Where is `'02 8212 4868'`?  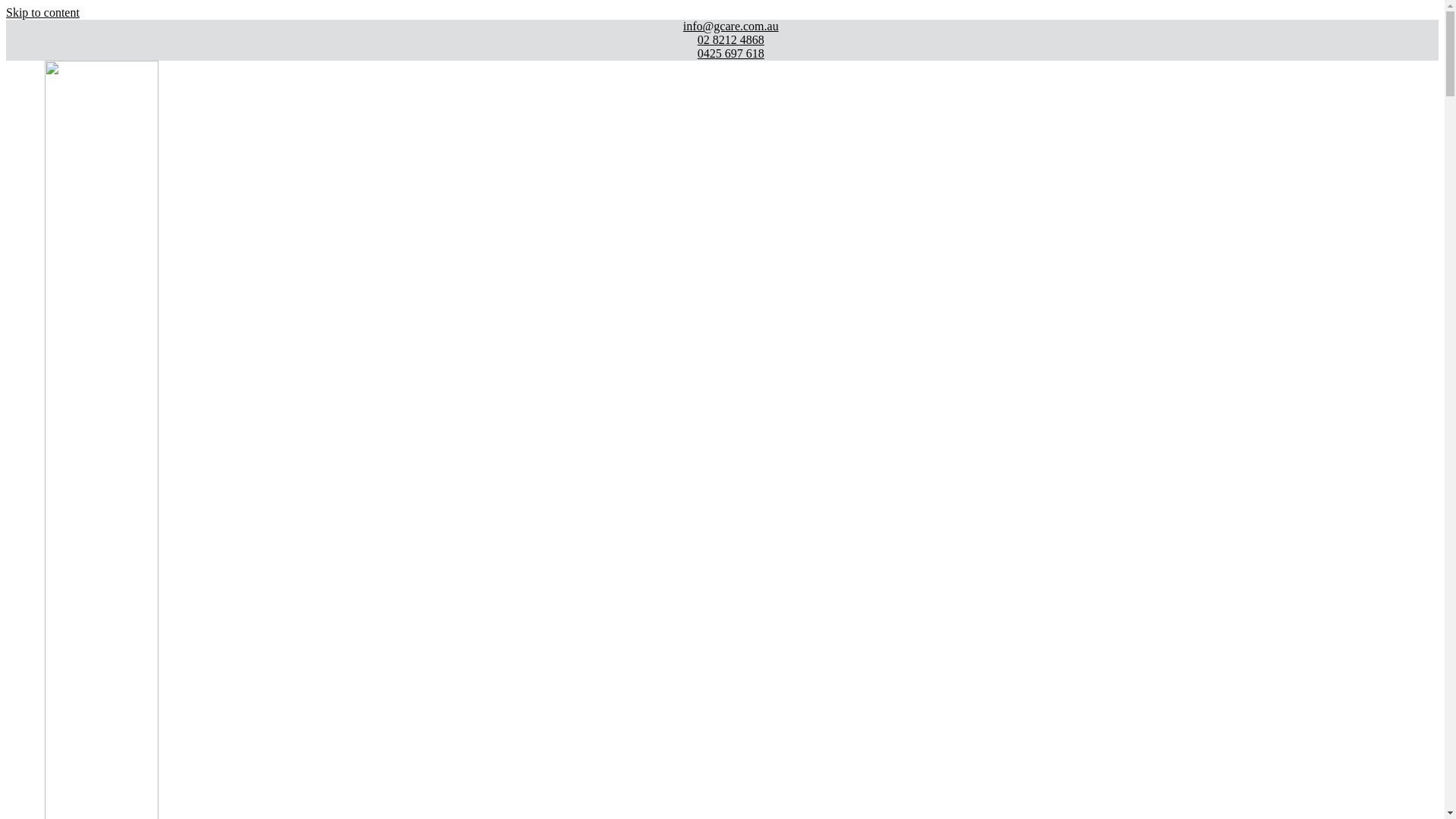
'02 8212 4868' is located at coordinates (721, 39).